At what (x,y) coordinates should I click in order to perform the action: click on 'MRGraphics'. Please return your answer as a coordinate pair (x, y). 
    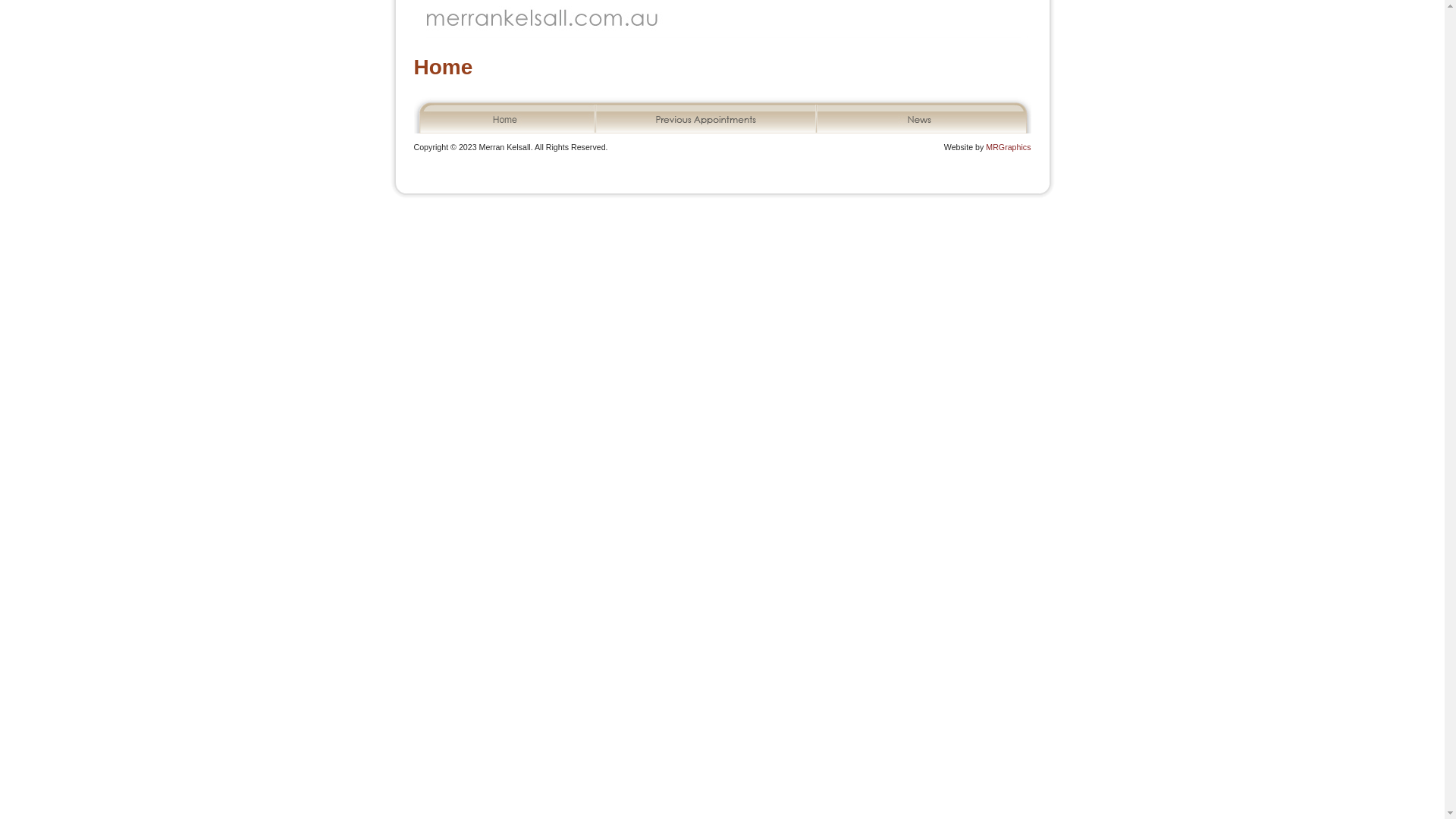
    Looking at the image, I should click on (986, 146).